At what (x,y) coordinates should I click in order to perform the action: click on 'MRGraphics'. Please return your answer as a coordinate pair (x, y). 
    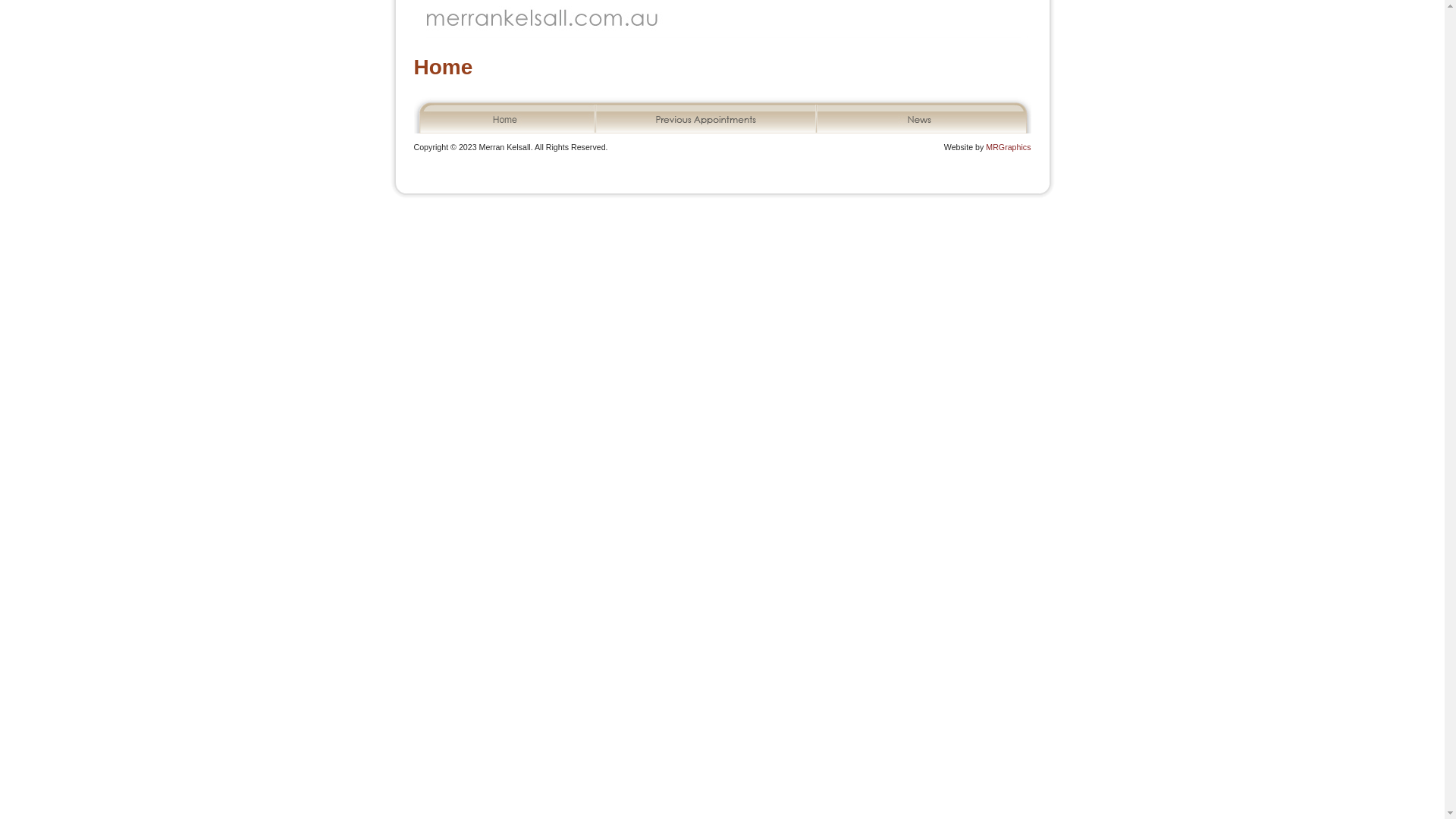
    Looking at the image, I should click on (986, 146).